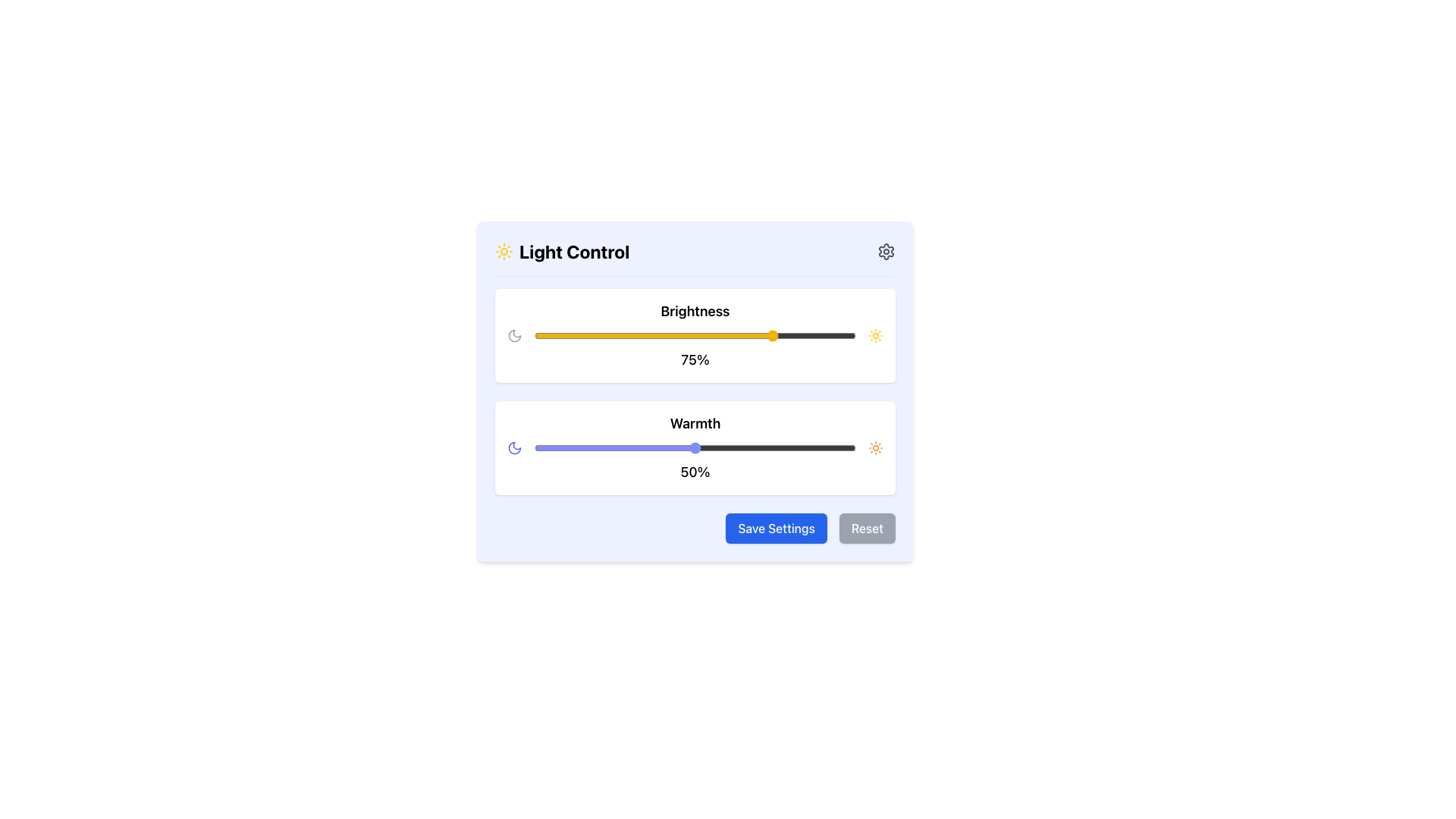 Image resolution: width=1456 pixels, height=819 pixels. I want to click on brightness, so click(553, 335).